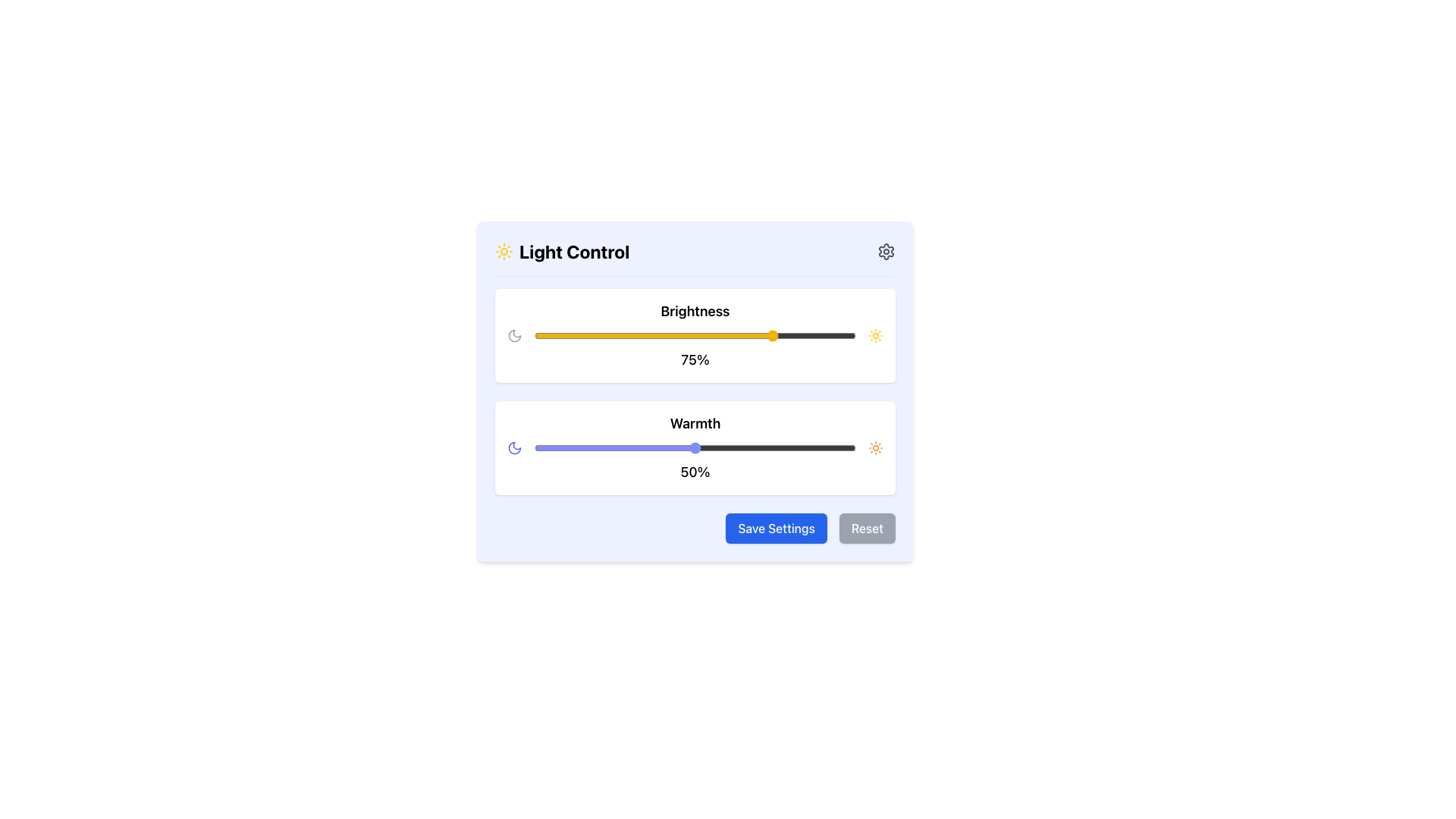 Image resolution: width=1456 pixels, height=819 pixels. I want to click on brightness, so click(553, 335).